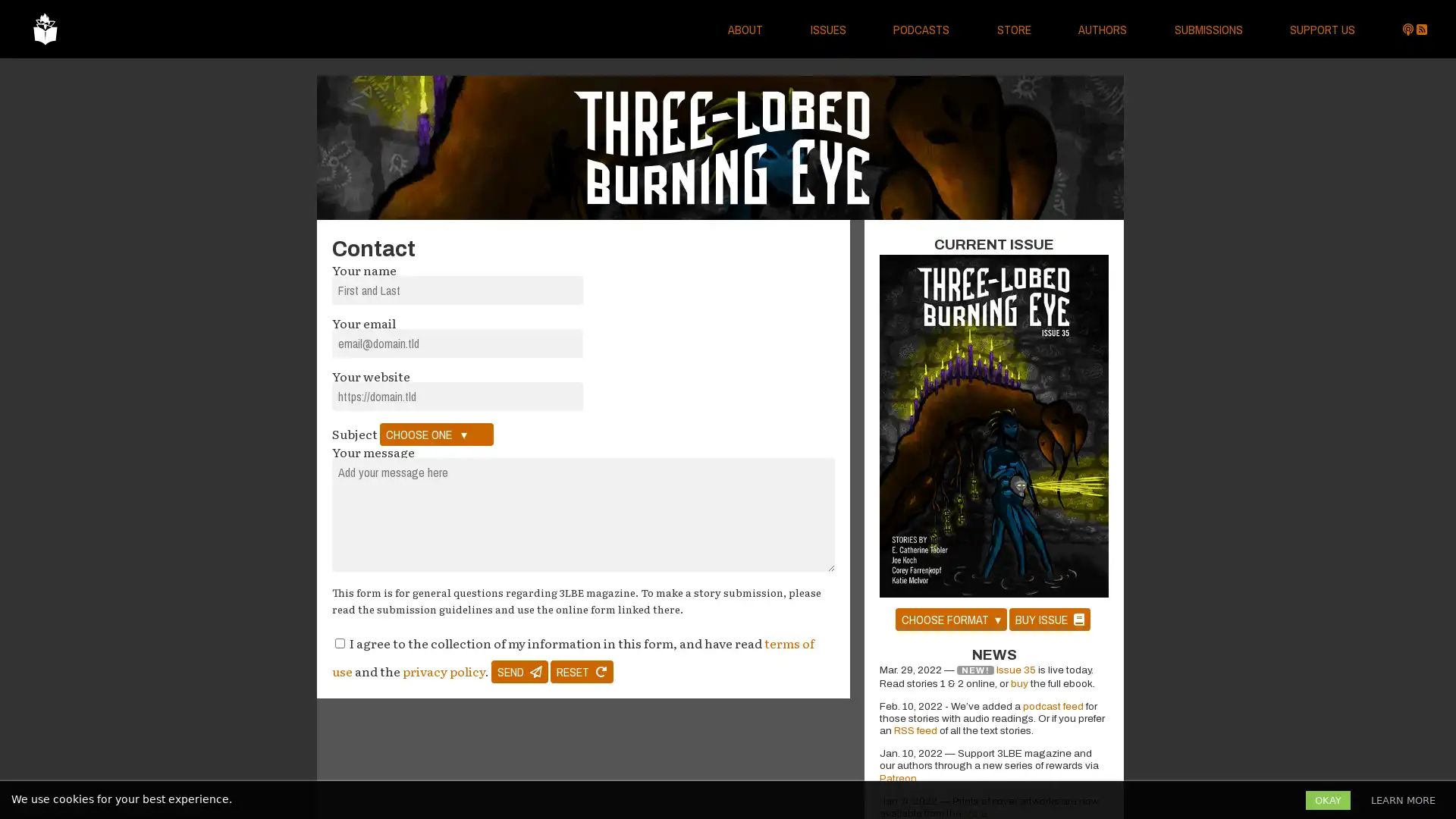 Image resolution: width=1456 pixels, height=819 pixels. What do you see at coordinates (519, 671) in the screenshot?
I see `SEND` at bounding box center [519, 671].